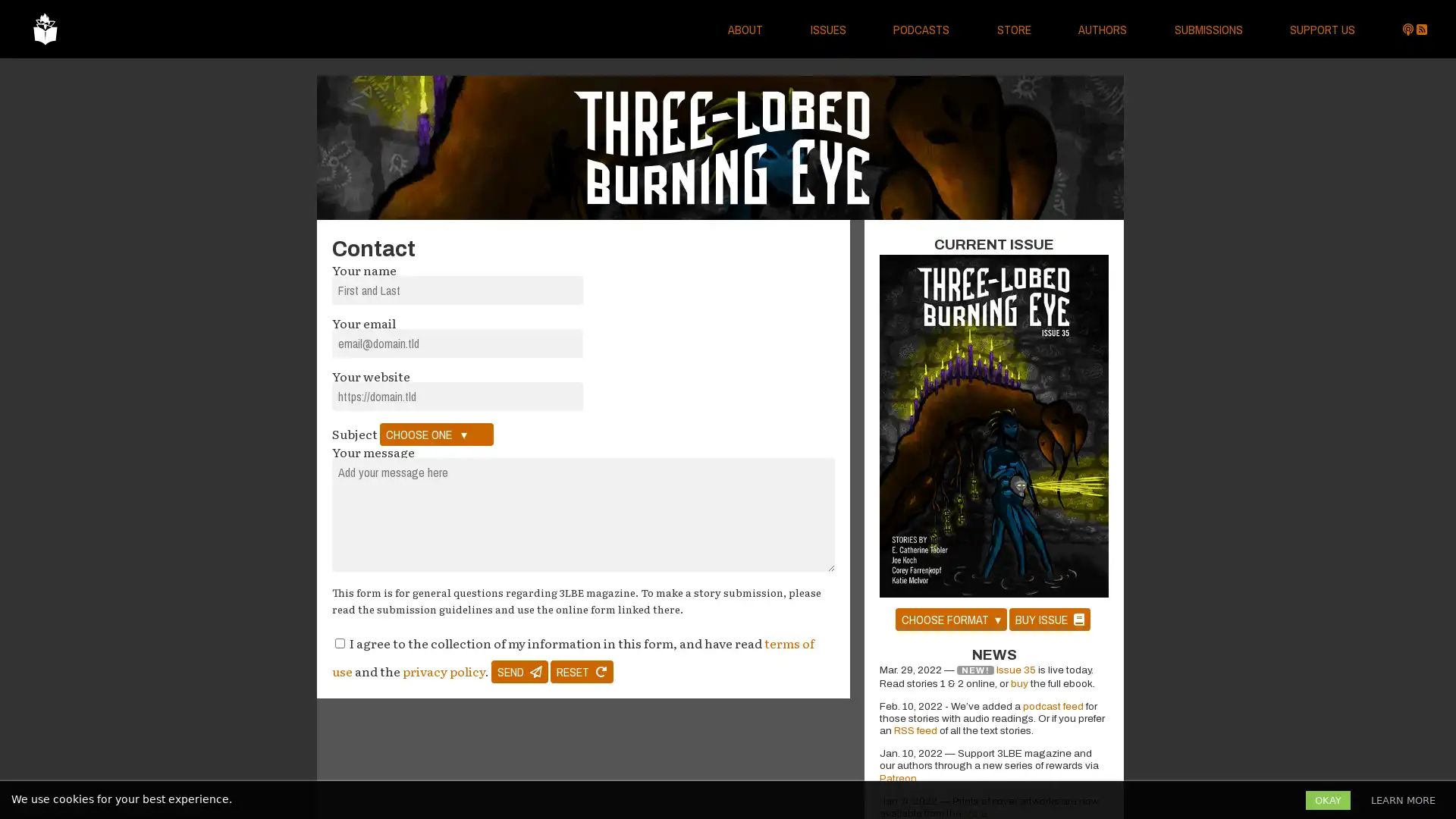 Image resolution: width=1456 pixels, height=819 pixels. What do you see at coordinates (519, 671) in the screenshot?
I see `SEND` at bounding box center [519, 671].